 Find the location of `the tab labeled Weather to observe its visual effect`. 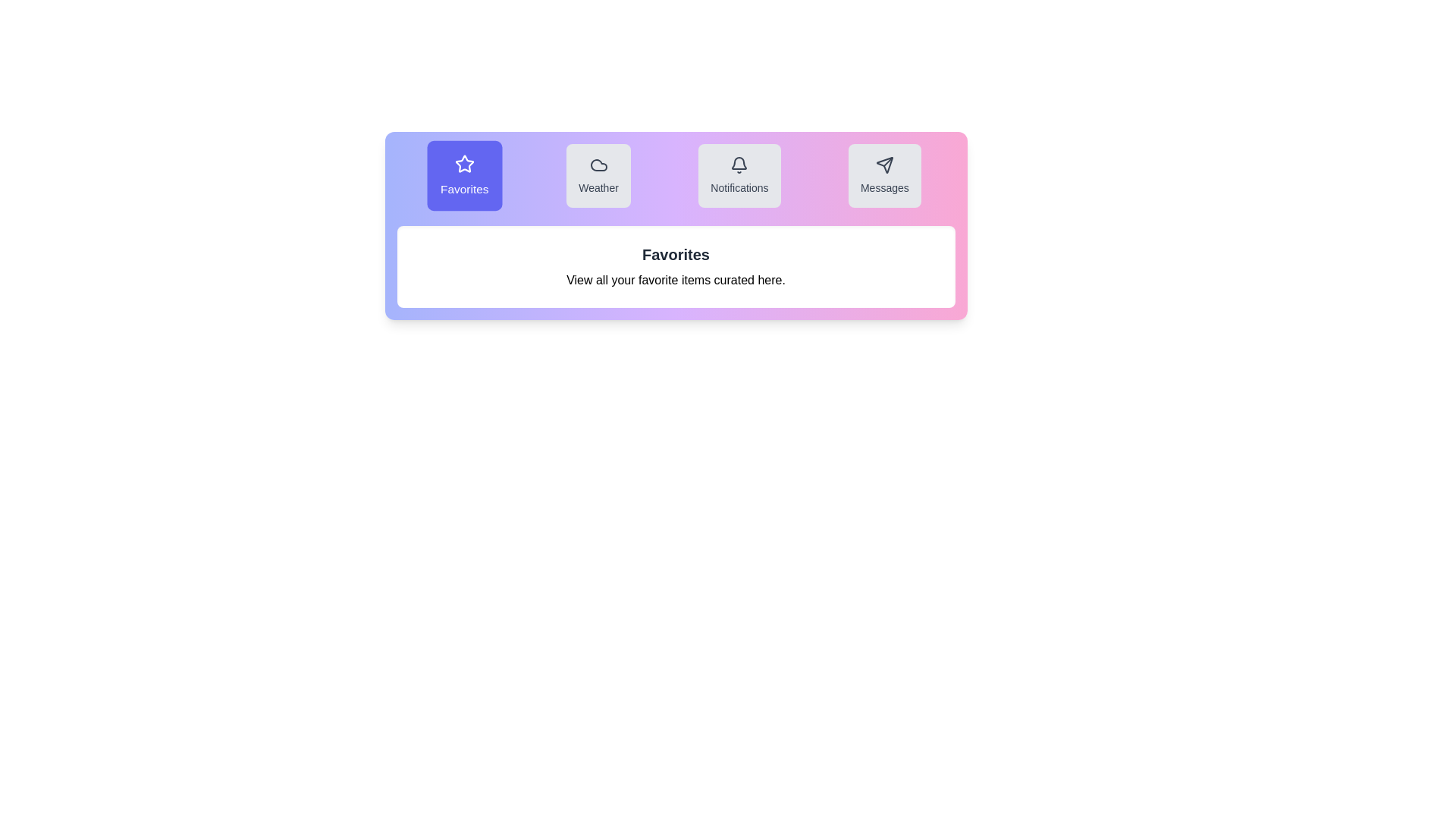

the tab labeled Weather to observe its visual effect is located at coordinates (598, 174).